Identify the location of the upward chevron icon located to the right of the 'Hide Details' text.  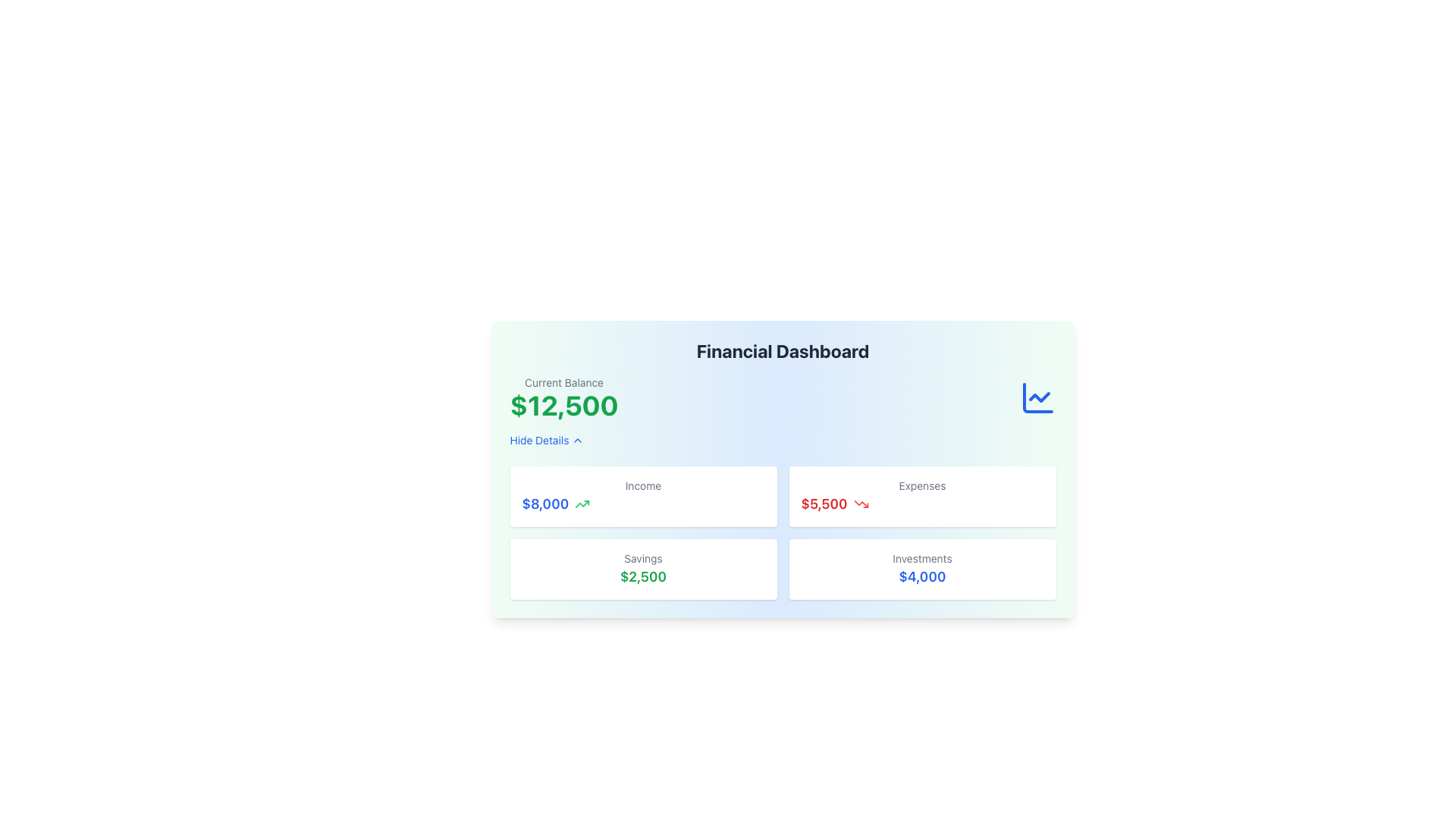
(577, 441).